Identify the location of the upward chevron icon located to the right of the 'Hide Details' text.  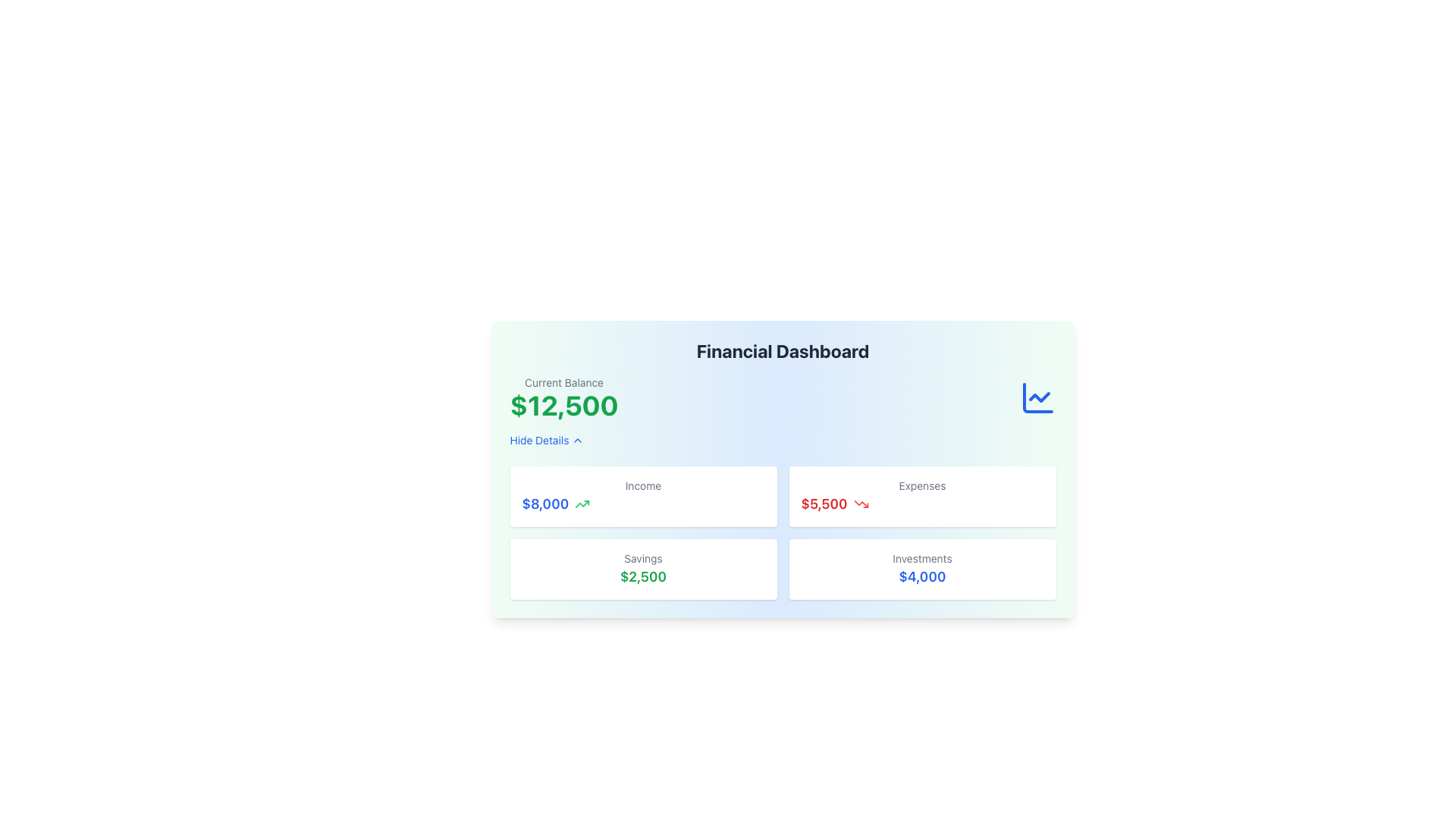
(577, 441).